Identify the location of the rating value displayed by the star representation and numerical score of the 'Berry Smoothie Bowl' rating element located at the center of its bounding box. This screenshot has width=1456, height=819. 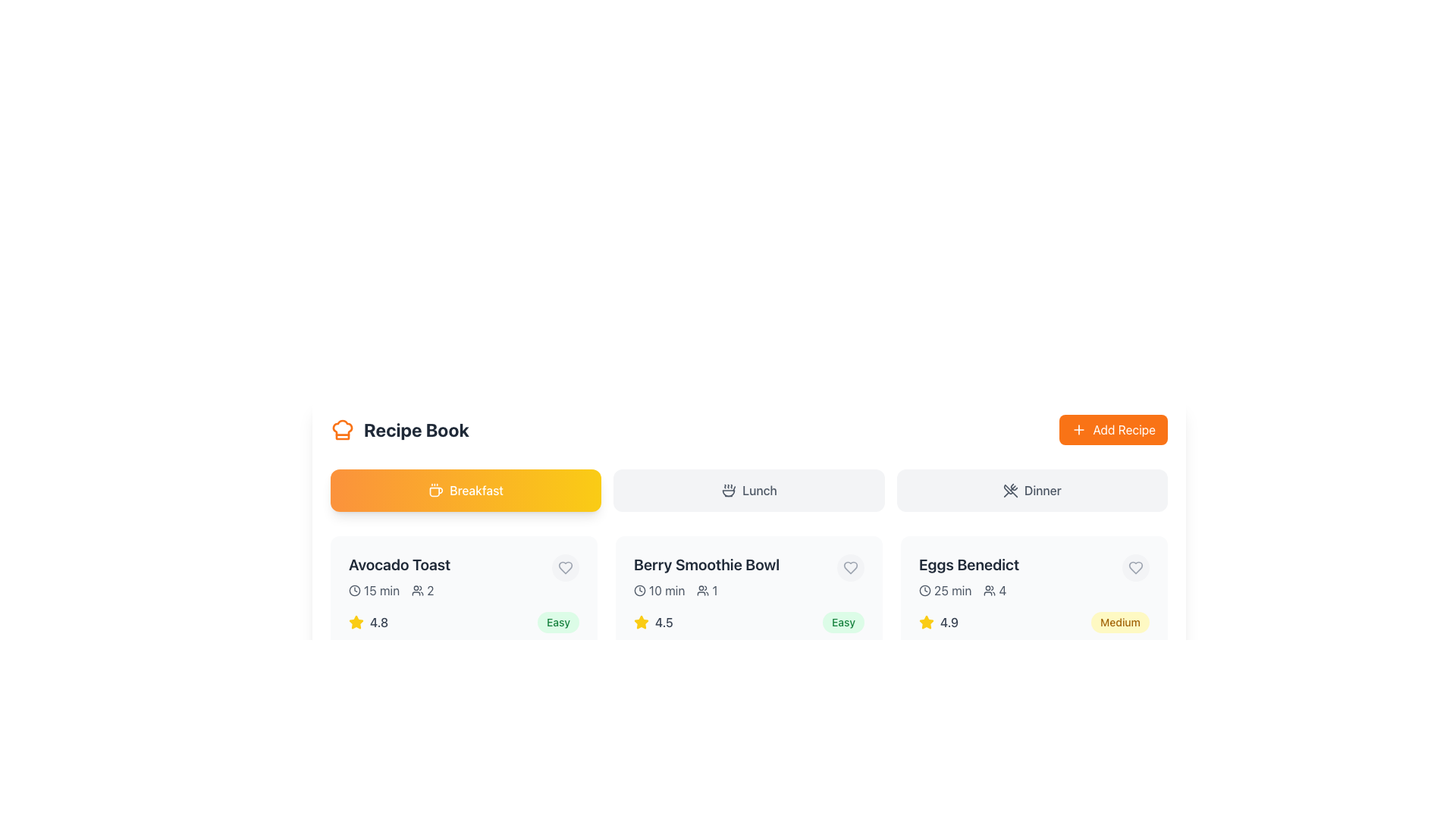
(653, 623).